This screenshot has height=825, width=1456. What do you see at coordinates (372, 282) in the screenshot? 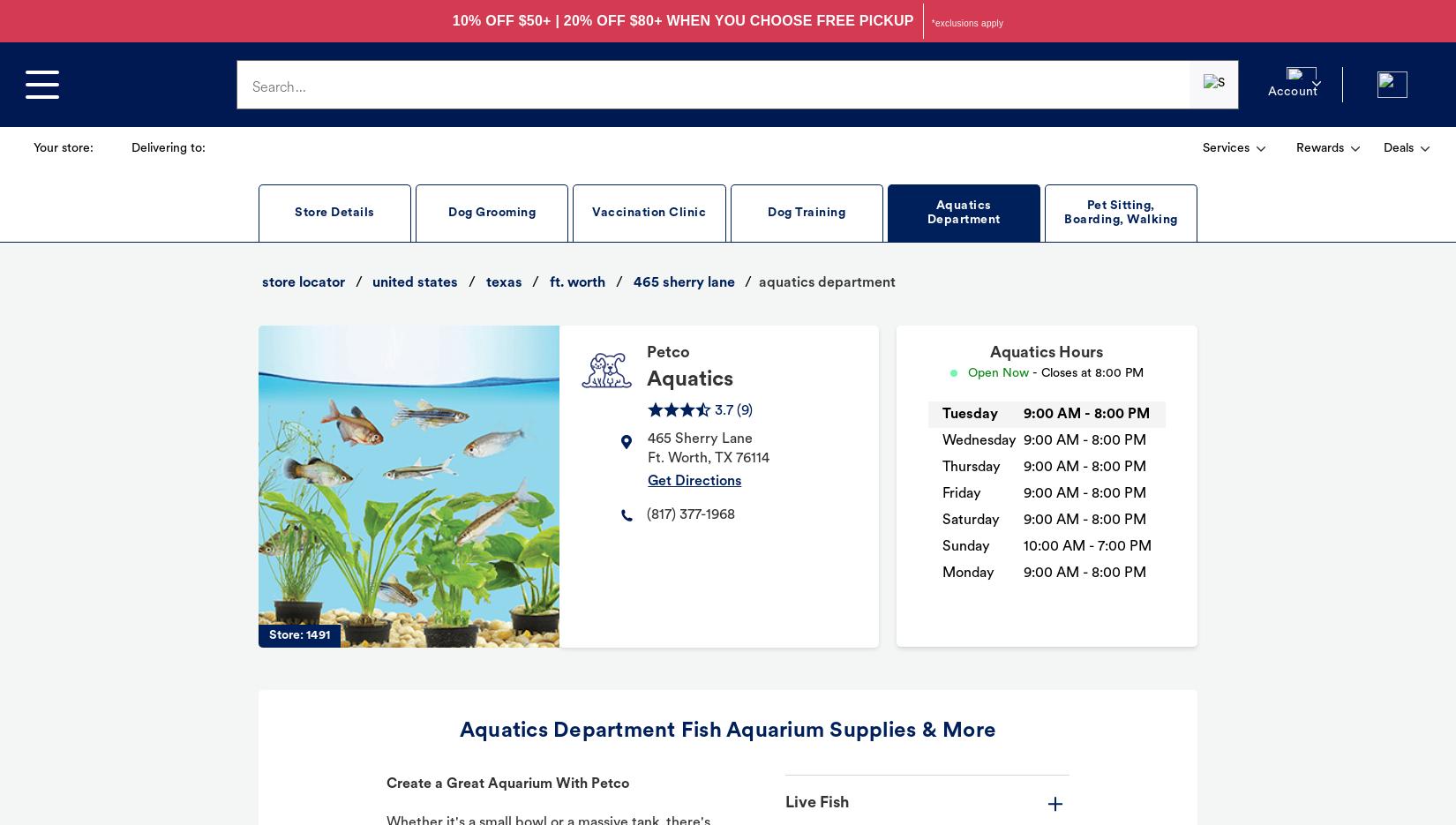
I see `'united states'` at bounding box center [372, 282].